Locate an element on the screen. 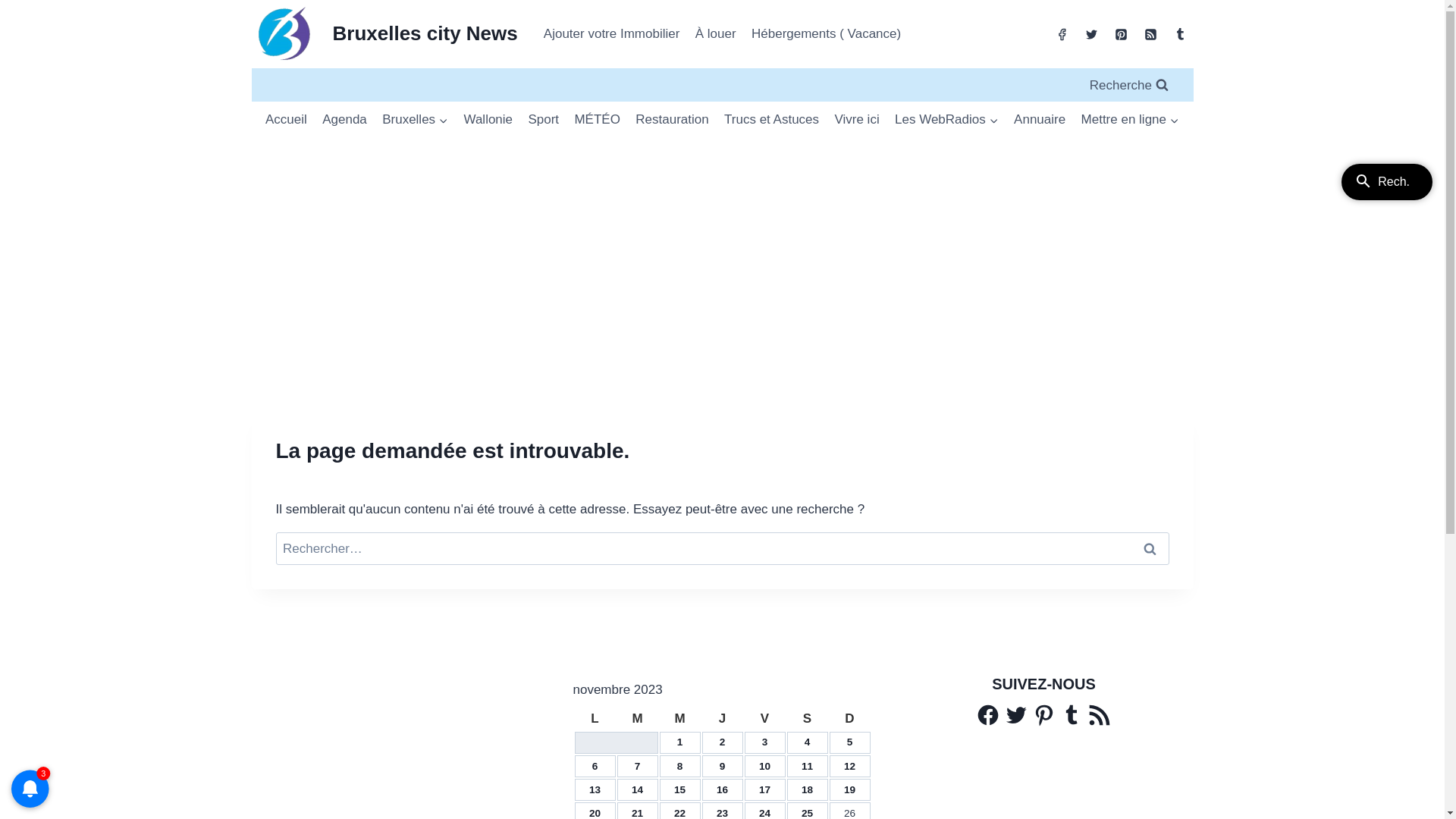 Image resolution: width=1456 pixels, height=819 pixels. '16' is located at coordinates (721, 789).